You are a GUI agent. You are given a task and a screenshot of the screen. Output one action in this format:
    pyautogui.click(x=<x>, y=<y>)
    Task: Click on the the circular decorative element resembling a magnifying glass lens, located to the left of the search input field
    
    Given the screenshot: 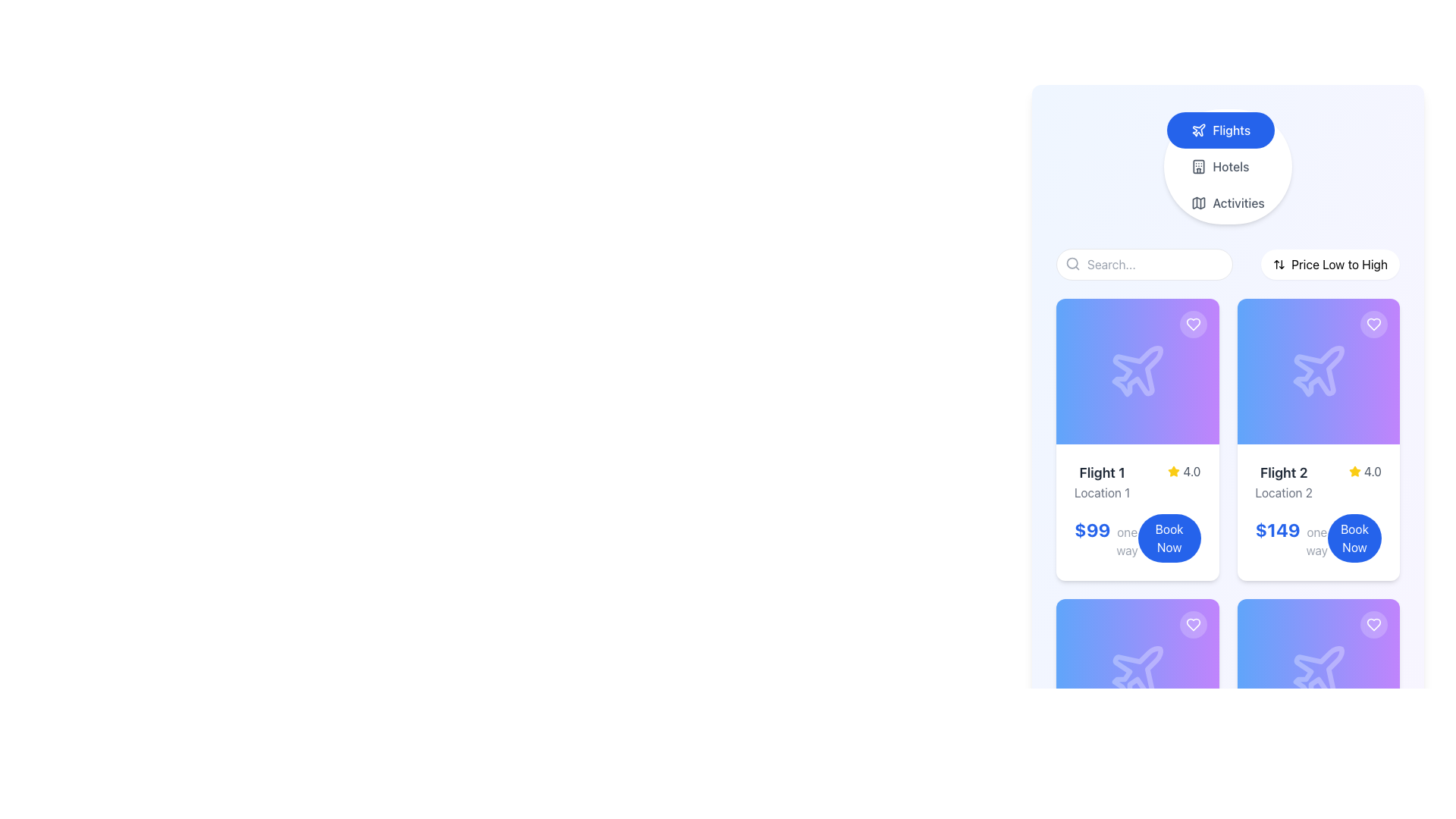 What is the action you would take?
    pyautogui.click(x=1072, y=262)
    